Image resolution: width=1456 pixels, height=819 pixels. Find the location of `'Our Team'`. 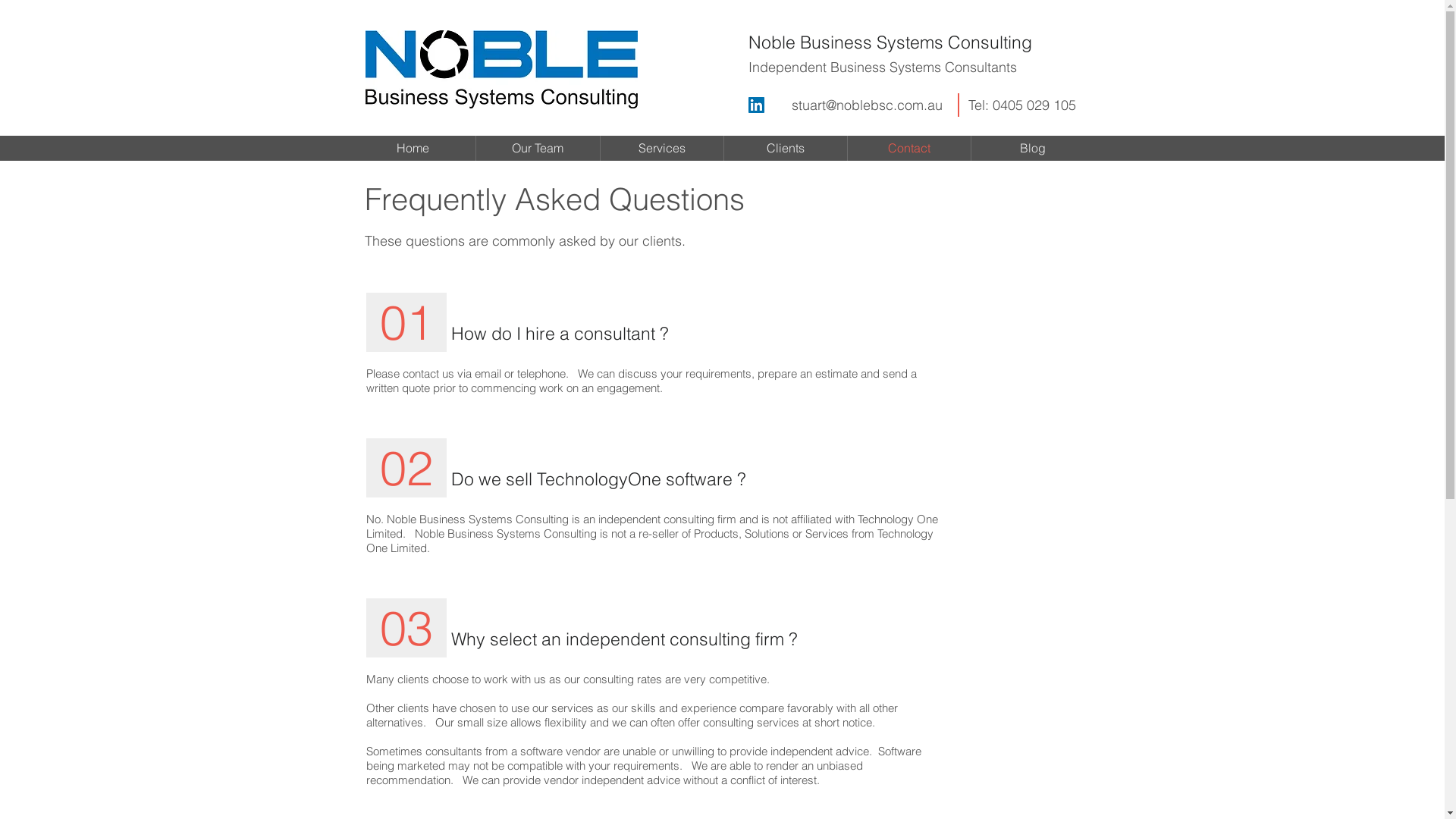

'Our Team' is located at coordinates (475, 148).